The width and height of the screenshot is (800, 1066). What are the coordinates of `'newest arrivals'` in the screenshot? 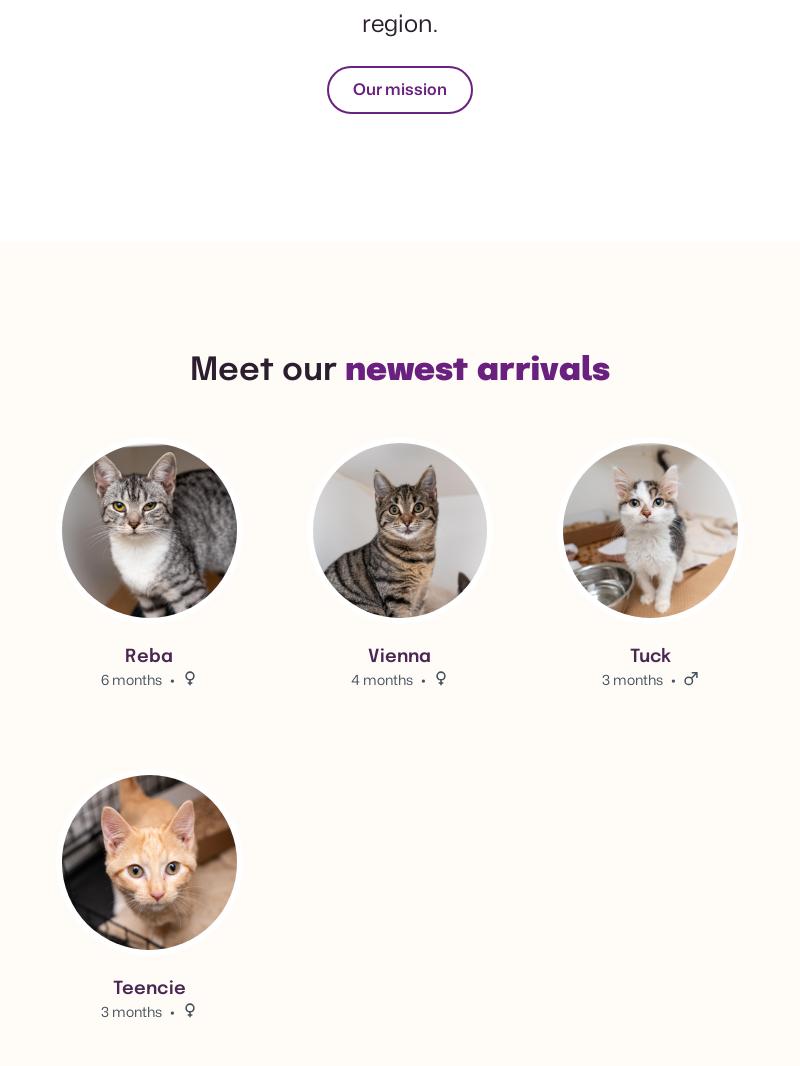 It's located at (477, 371).